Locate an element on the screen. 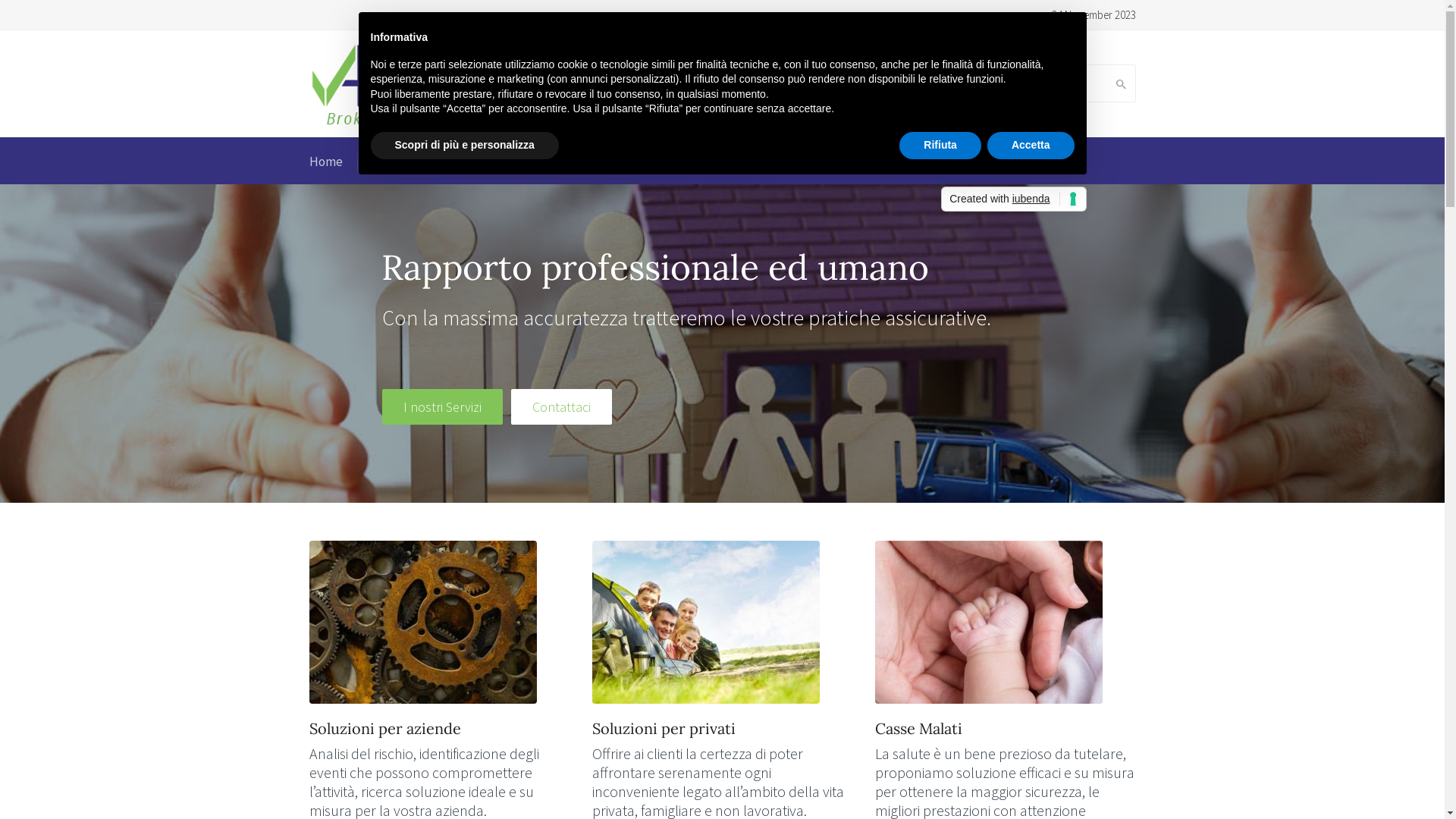 This screenshot has width=1456, height=819. 'Search' is located at coordinates (1117, 84).